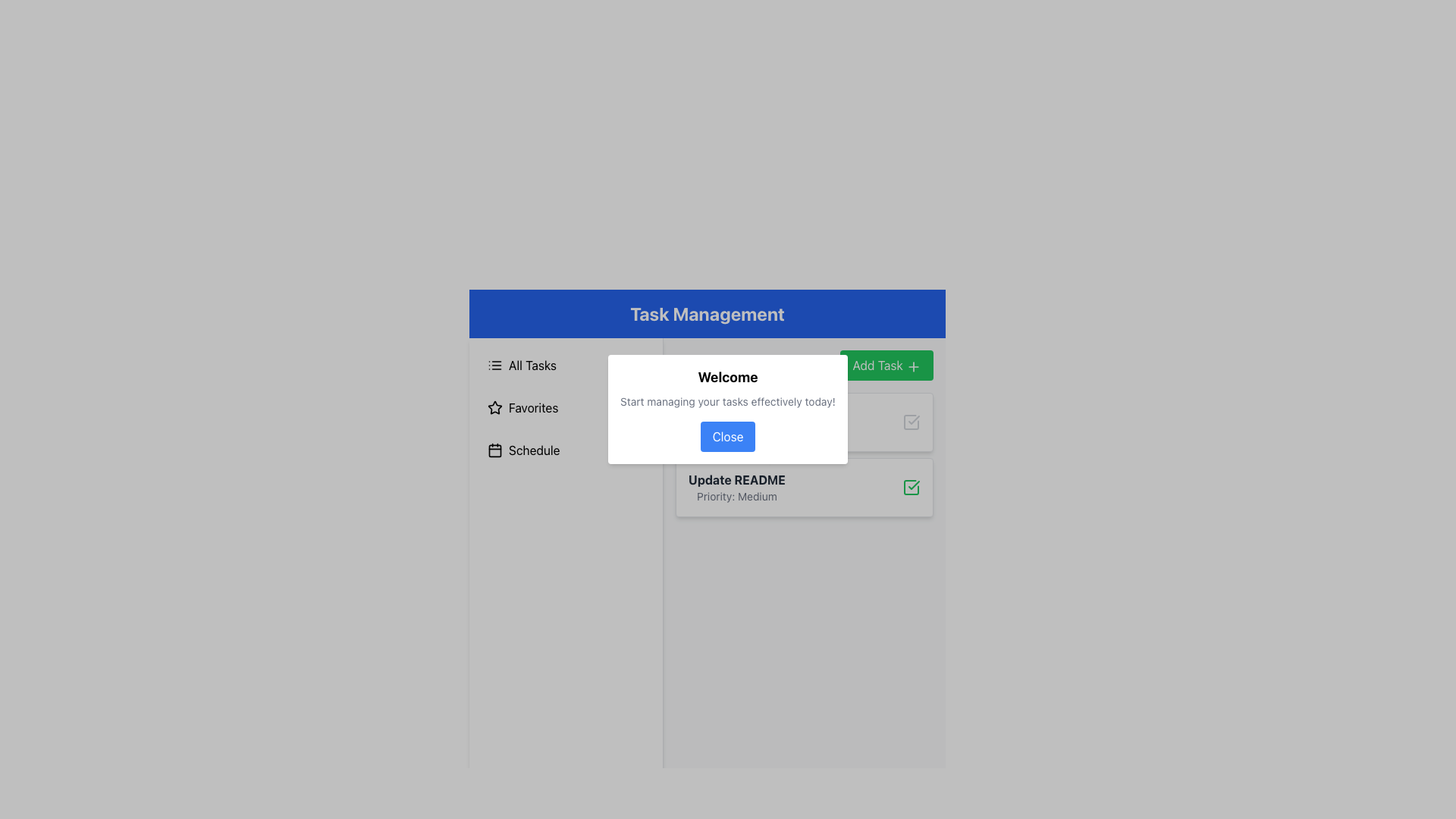 Image resolution: width=1456 pixels, height=819 pixels. Describe the element at coordinates (522, 406) in the screenshot. I see `the 'Favorites' button, which features a star icon and is styled with rounded edges, located in the sidebar below 'All Tasks'` at that location.